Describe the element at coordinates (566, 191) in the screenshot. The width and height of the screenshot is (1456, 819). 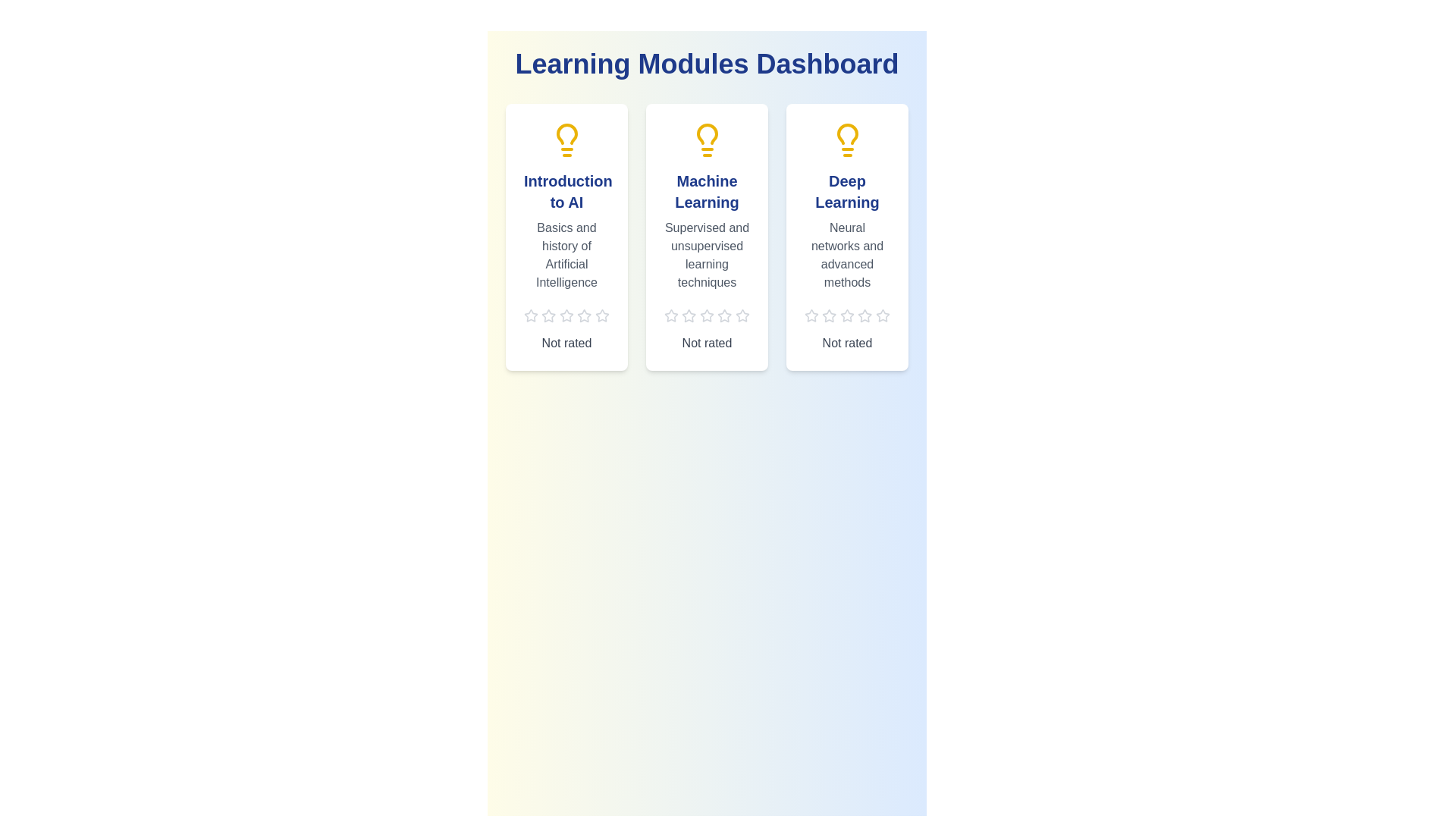
I see `the title or description of the module to view its details` at that location.